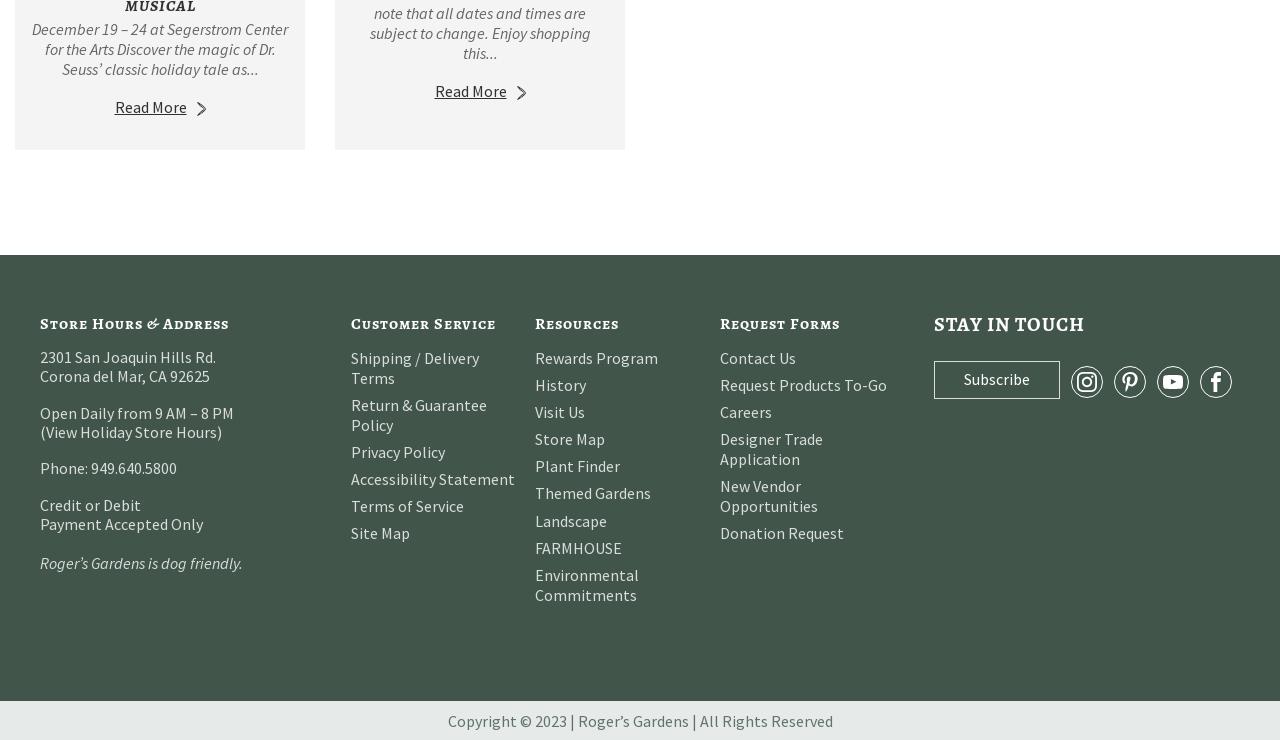 This screenshot has width=1280, height=740. I want to click on 'December 19 – 24 at Segerstrom Center for the Arts Discover the magic of Dr. Seuss’ classic holiday tale as...', so click(160, 48).